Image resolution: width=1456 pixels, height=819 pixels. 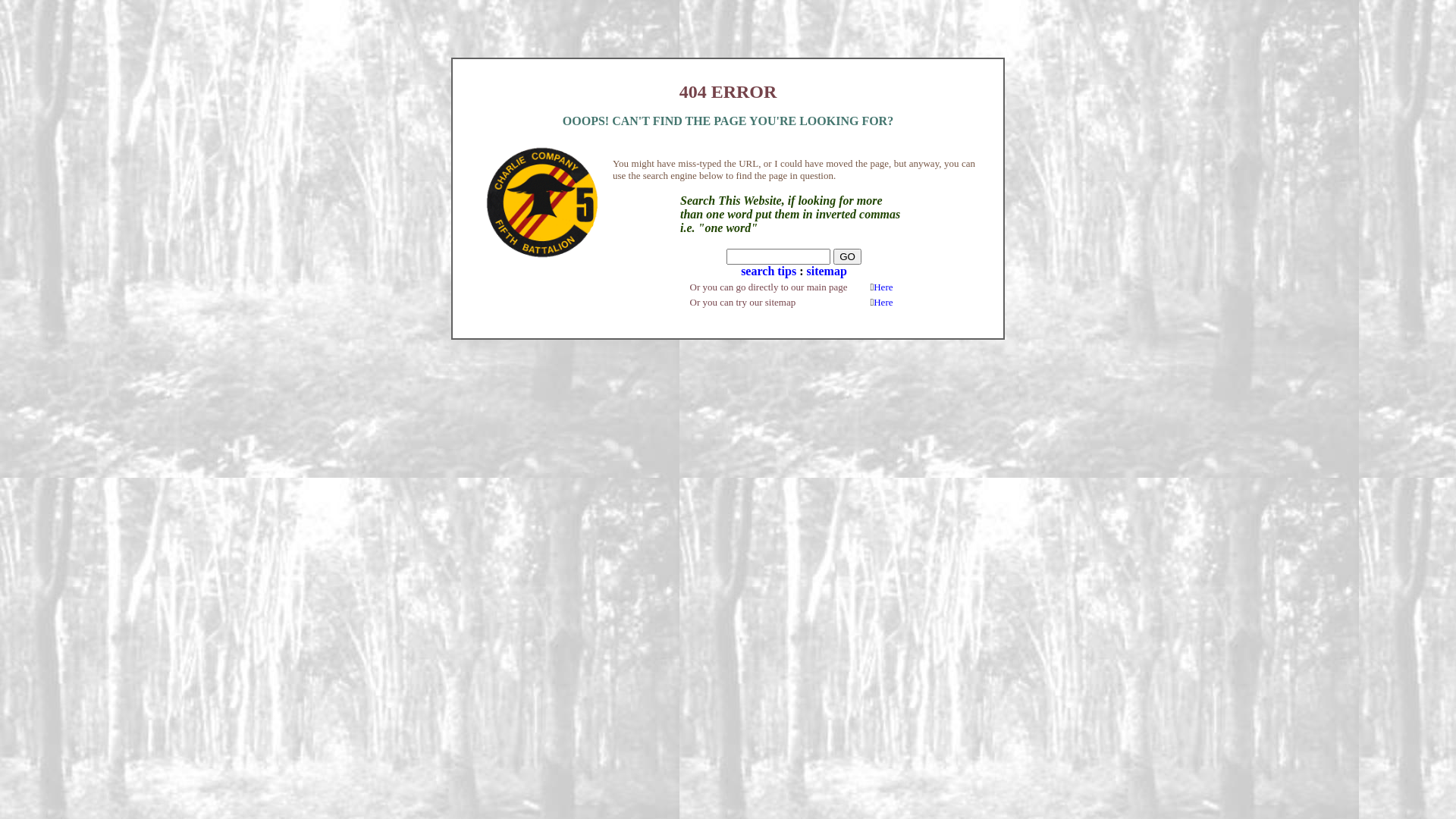 What do you see at coordinates (883, 302) in the screenshot?
I see `'Here'` at bounding box center [883, 302].